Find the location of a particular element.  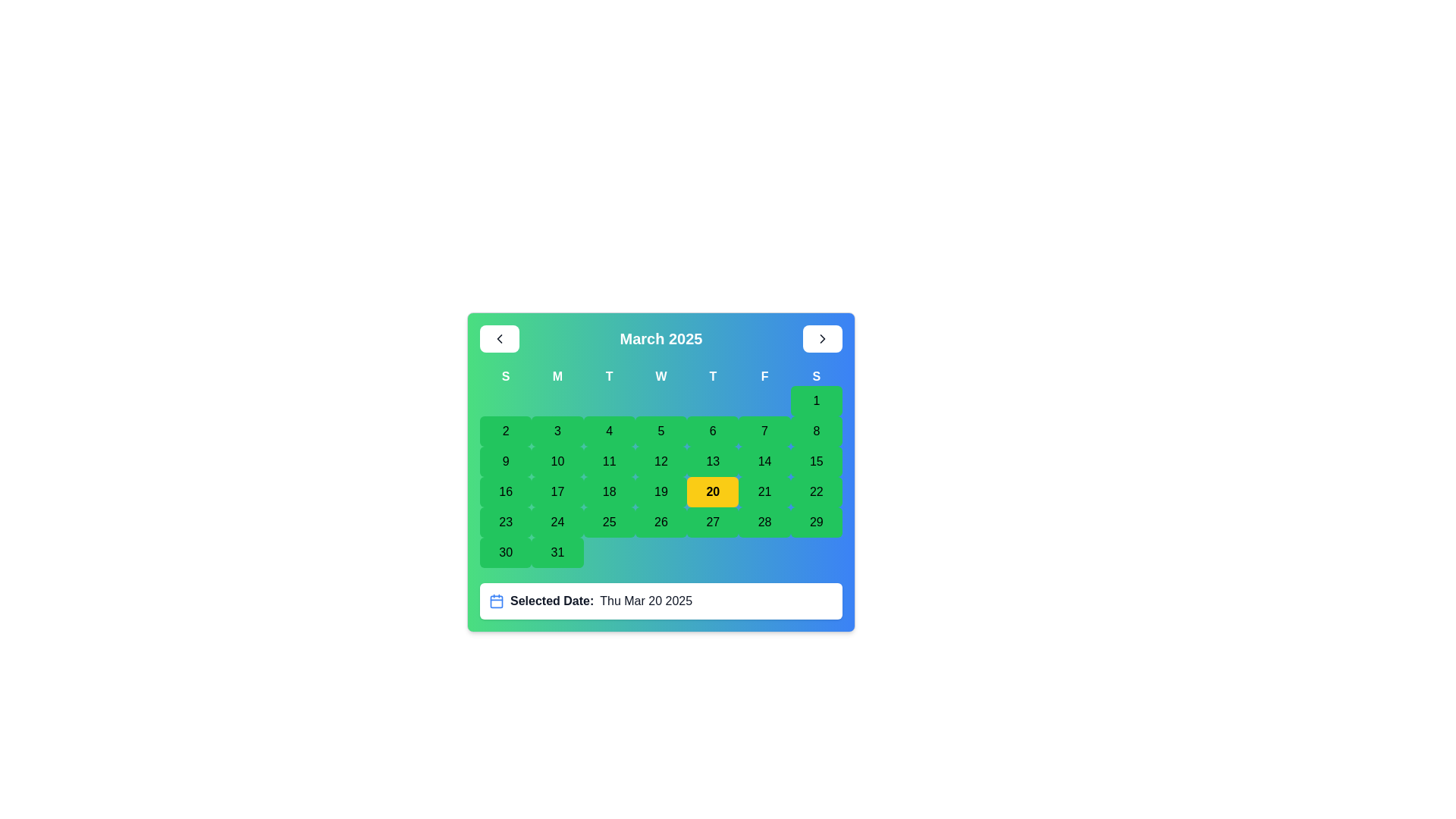

the button with a green background and rounded corners labeled '29' is located at coordinates (815, 522).